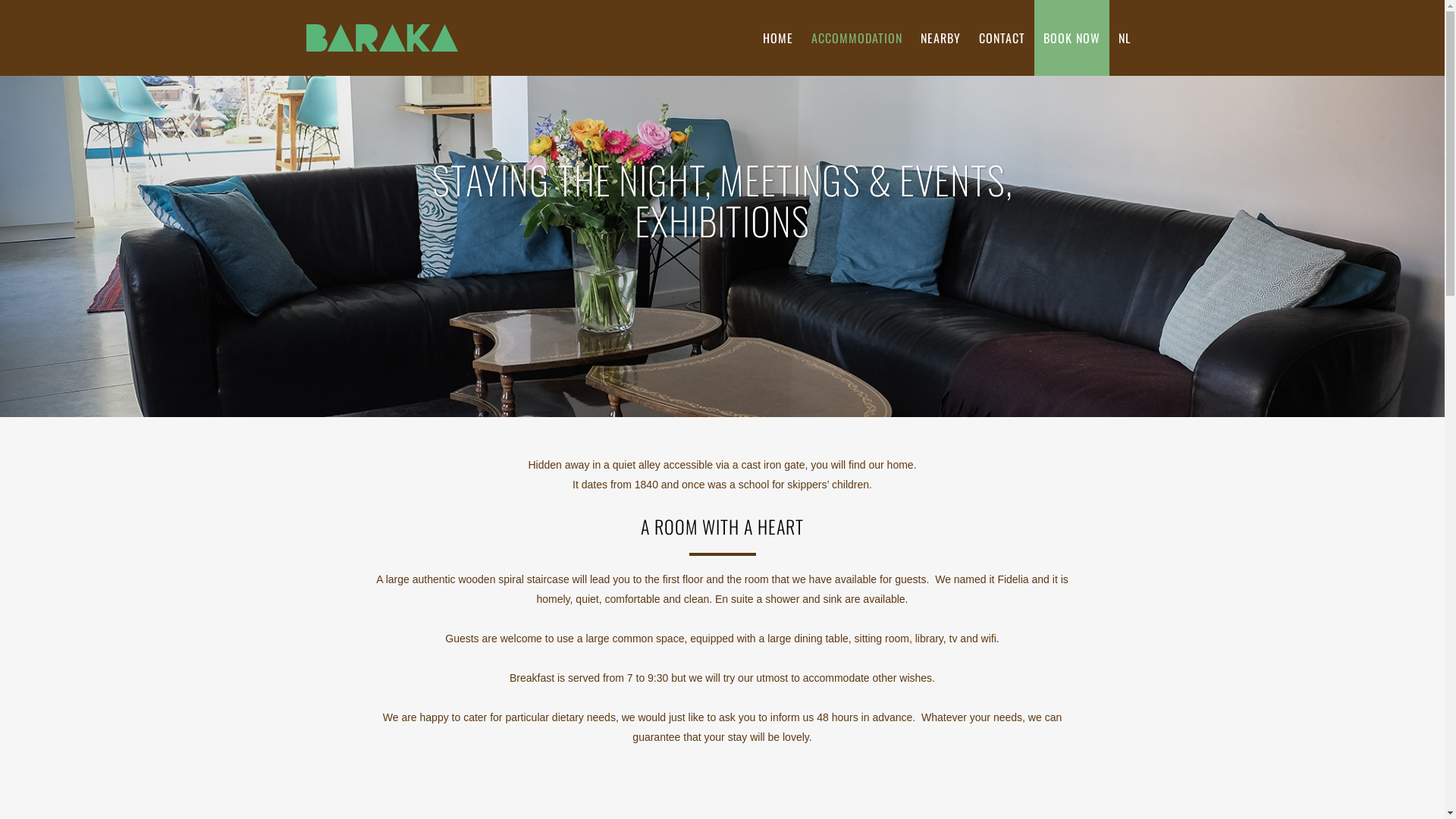  Describe the element at coordinates (940, 37) in the screenshot. I see `'NEARBY'` at that location.